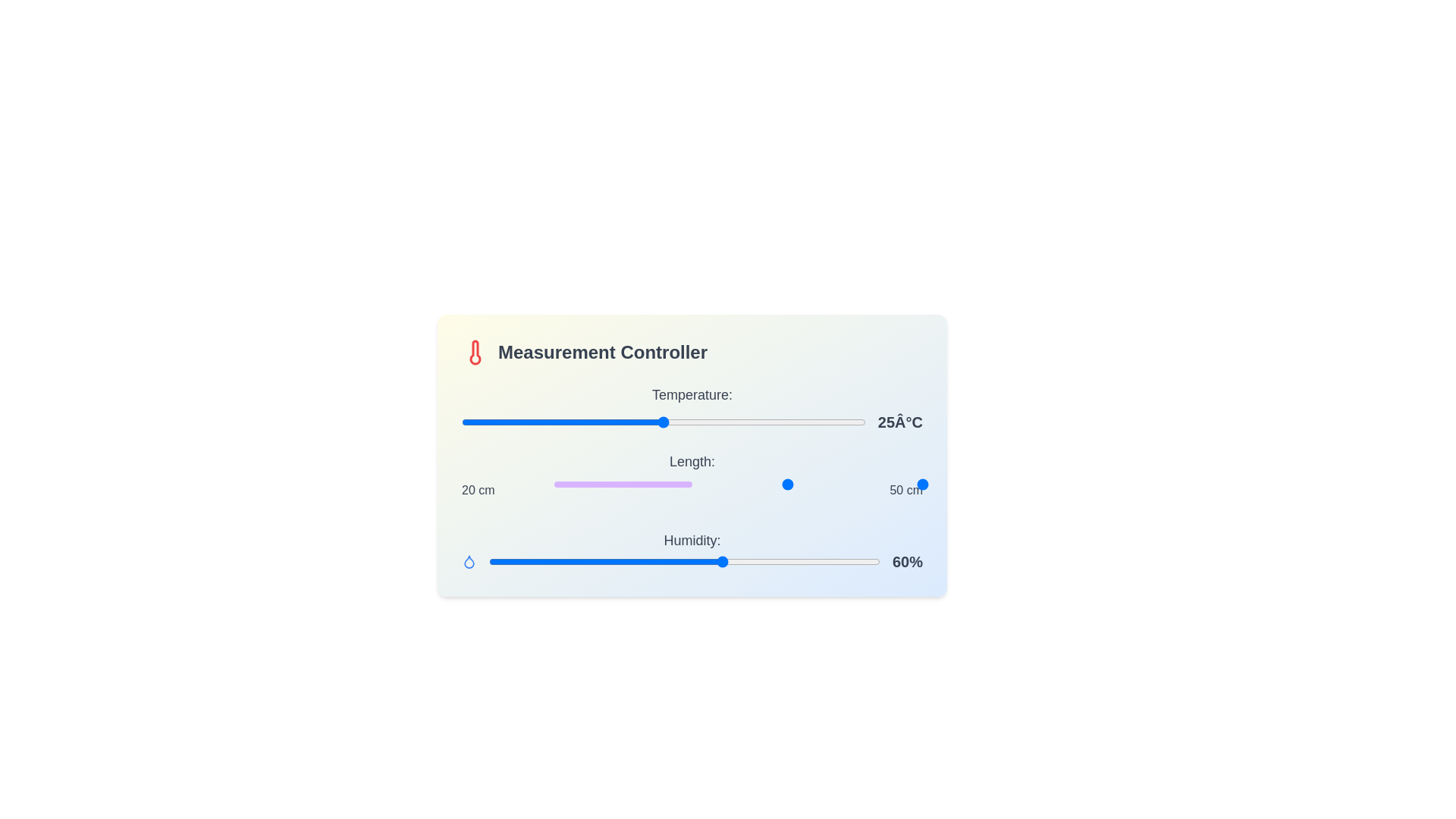 The image size is (1456, 819). What do you see at coordinates (759, 561) in the screenshot?
I see `the humidity level` at bounding box center [759, 561].